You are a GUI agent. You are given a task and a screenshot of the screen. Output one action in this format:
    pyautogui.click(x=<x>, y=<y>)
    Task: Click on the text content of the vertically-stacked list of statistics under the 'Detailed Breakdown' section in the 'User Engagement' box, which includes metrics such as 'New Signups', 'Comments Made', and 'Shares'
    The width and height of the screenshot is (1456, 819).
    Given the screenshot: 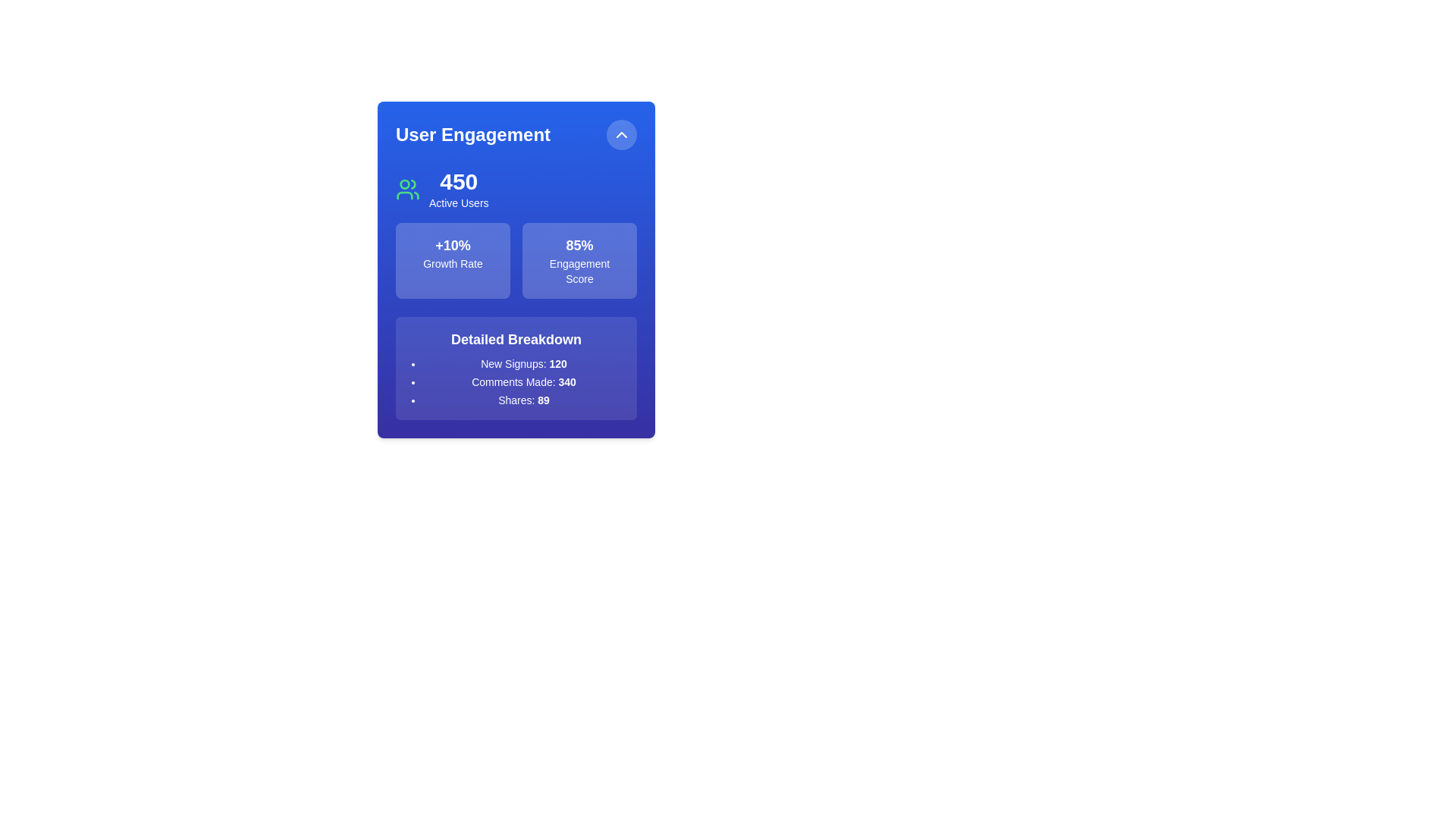 What is the action you would take?
    pyautogui.click(x=524, y=381)
    